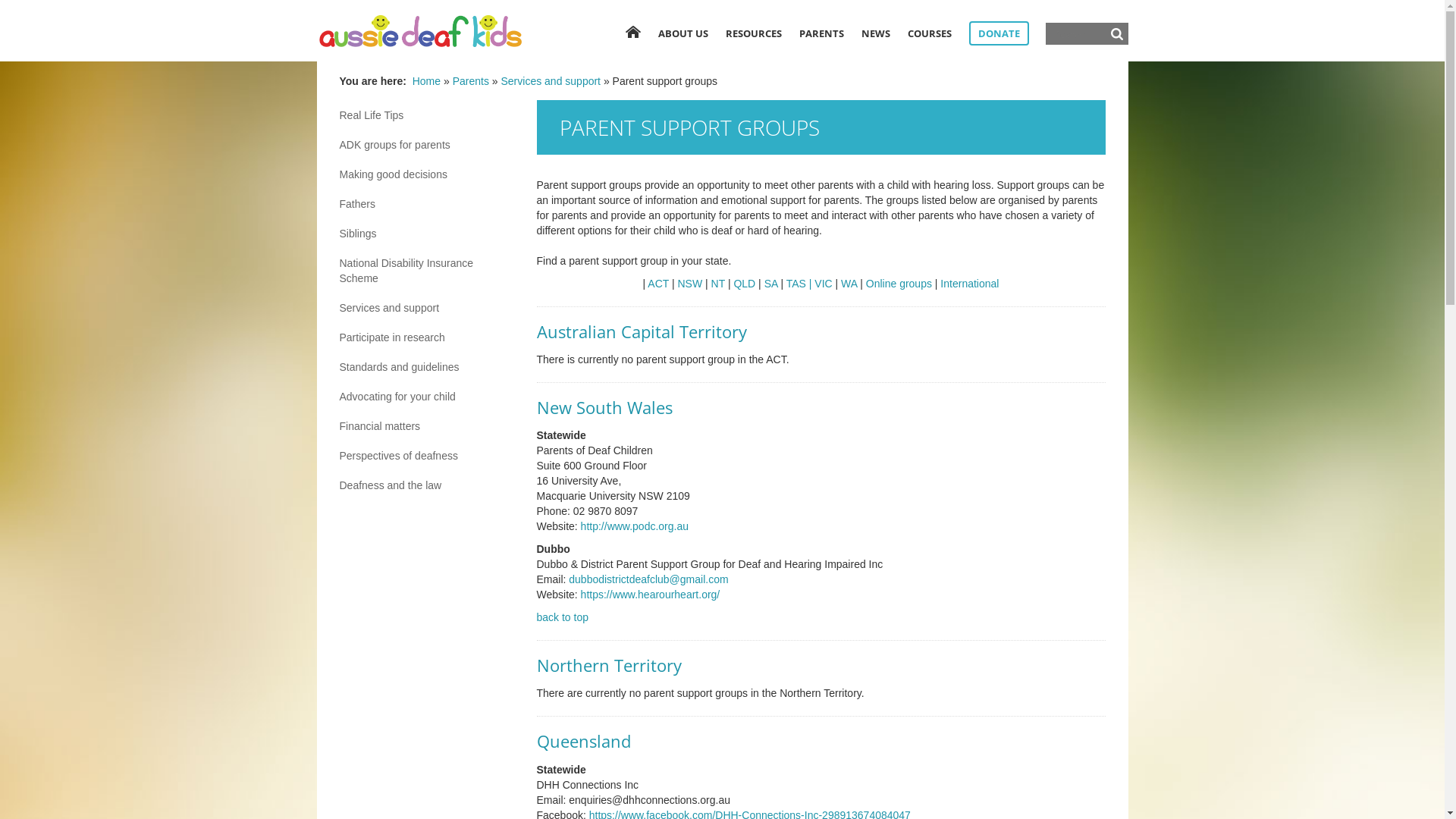 This screenshot has height=819, width=1456. I want to click on 'Advocating for your child', so click(425, 396).